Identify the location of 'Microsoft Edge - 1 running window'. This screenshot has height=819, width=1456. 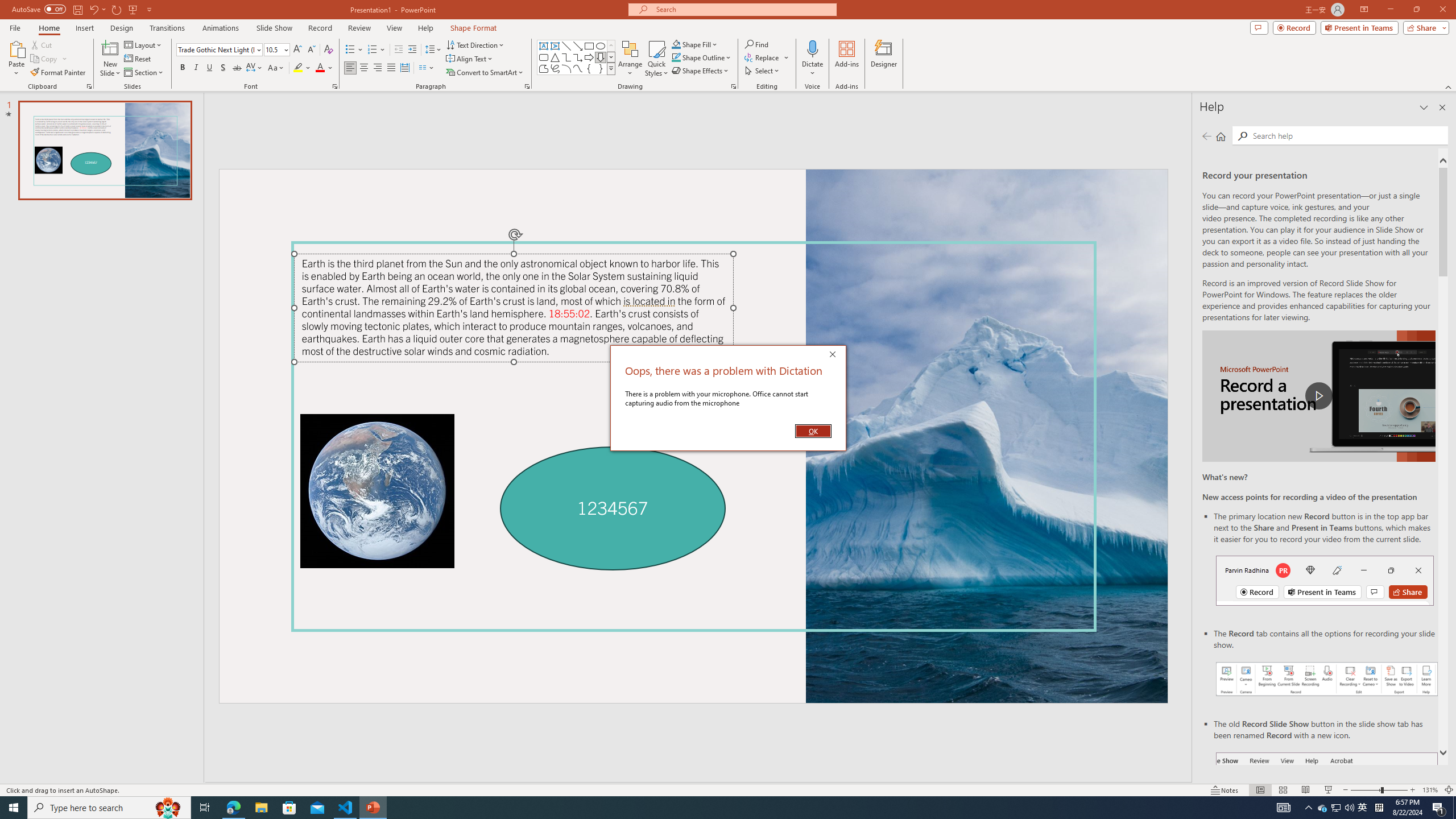
(233, 806).